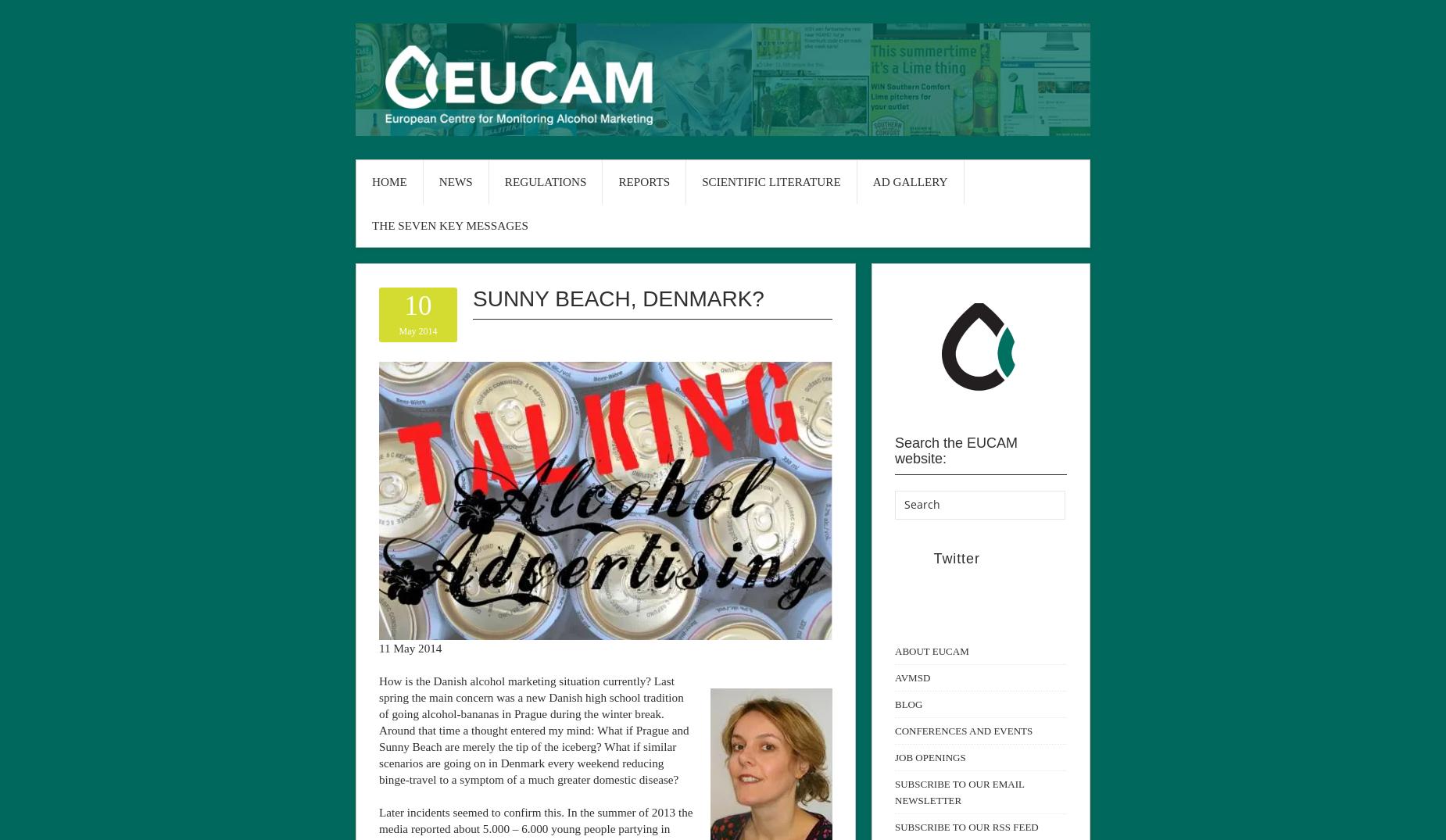  What do you see at coordinates (907, 702) in the screenshot?
I see `'BLOG'` at bounding box center [907, 702].